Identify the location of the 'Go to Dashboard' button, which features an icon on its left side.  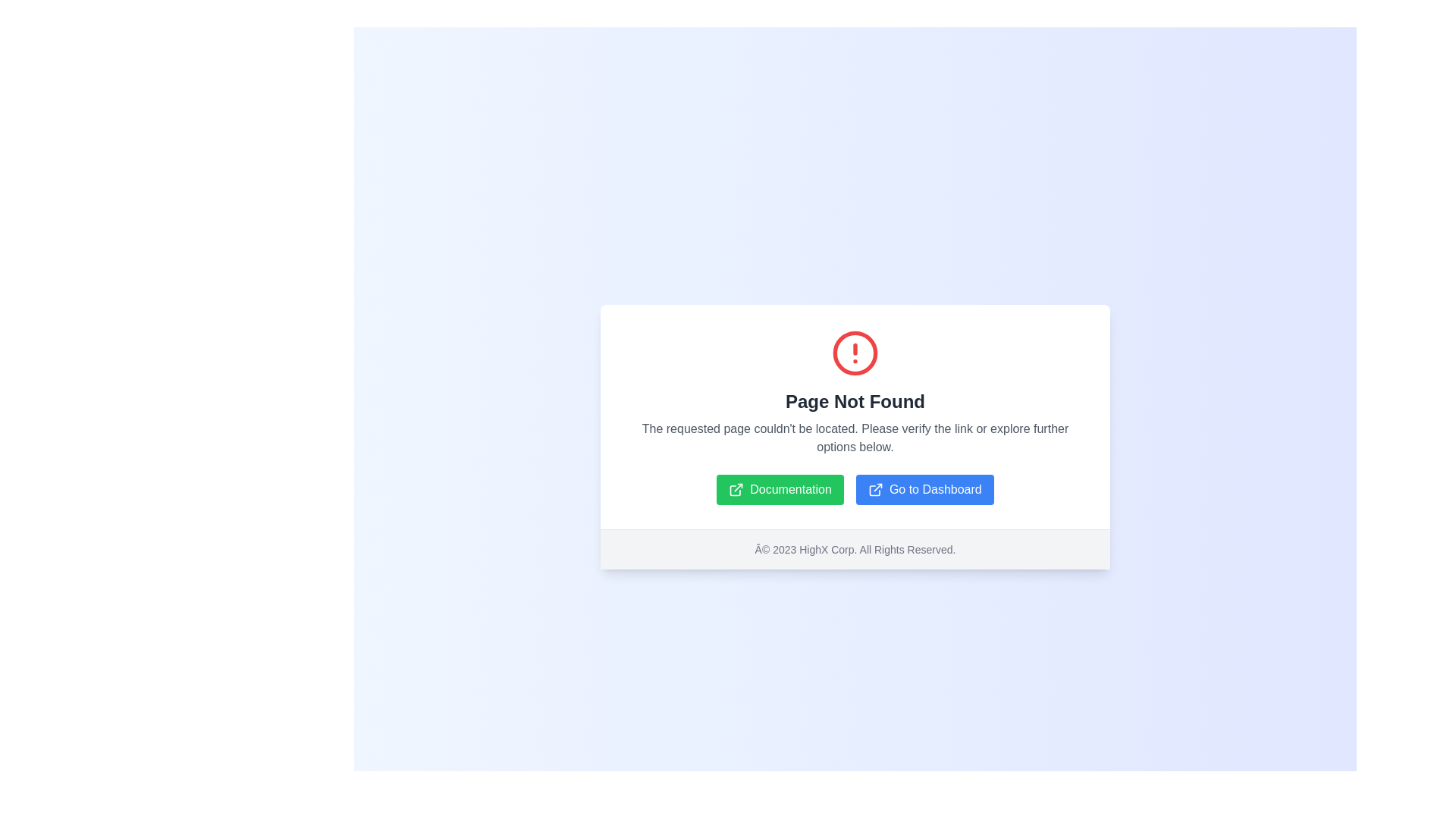
(875, 489).